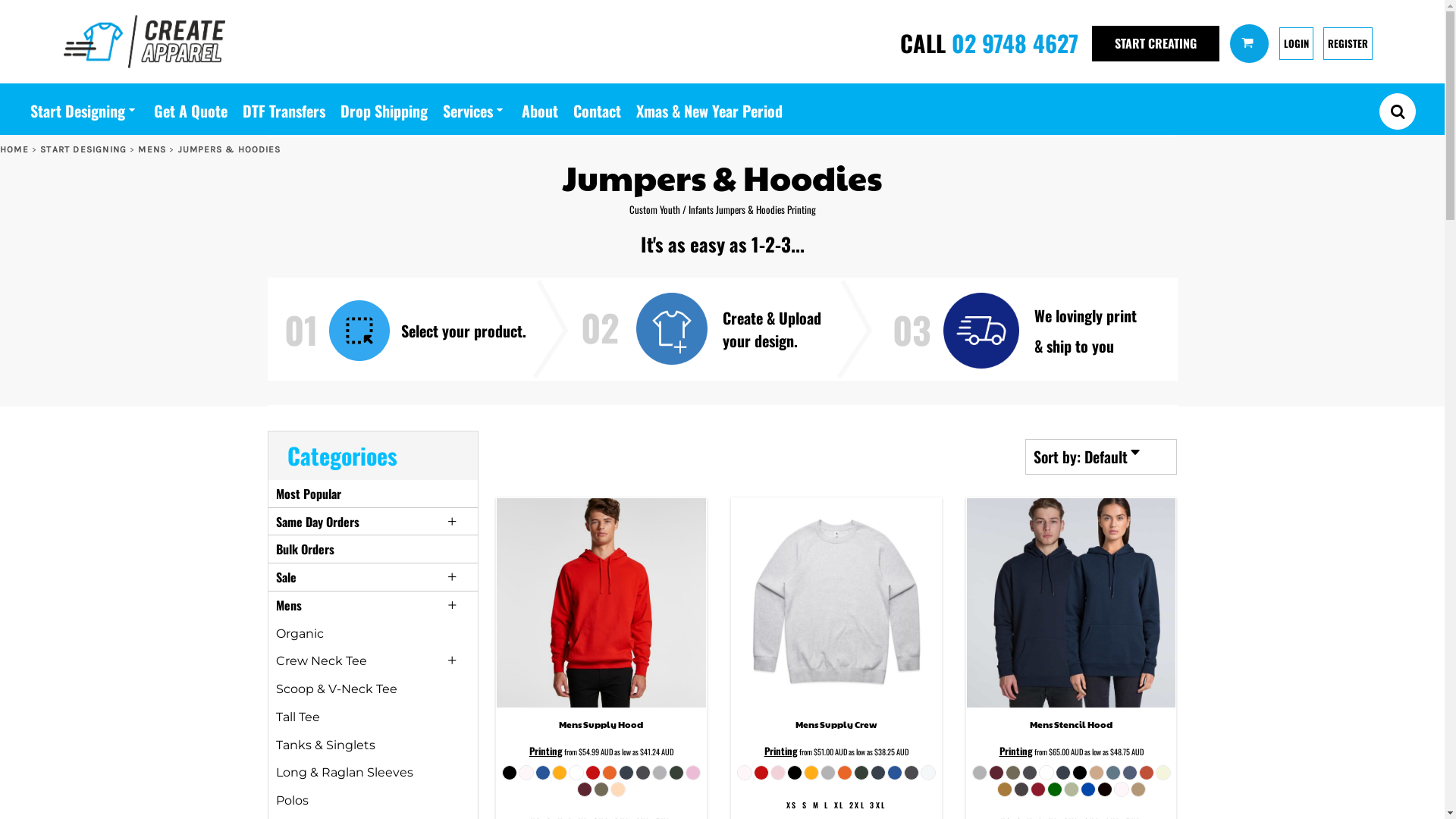 The width and height of the screenshot is (1456, 819). What do you see at coordinates (473, 108) in the screenshot?
I see `'Services'` at bounding box center [473, 108].